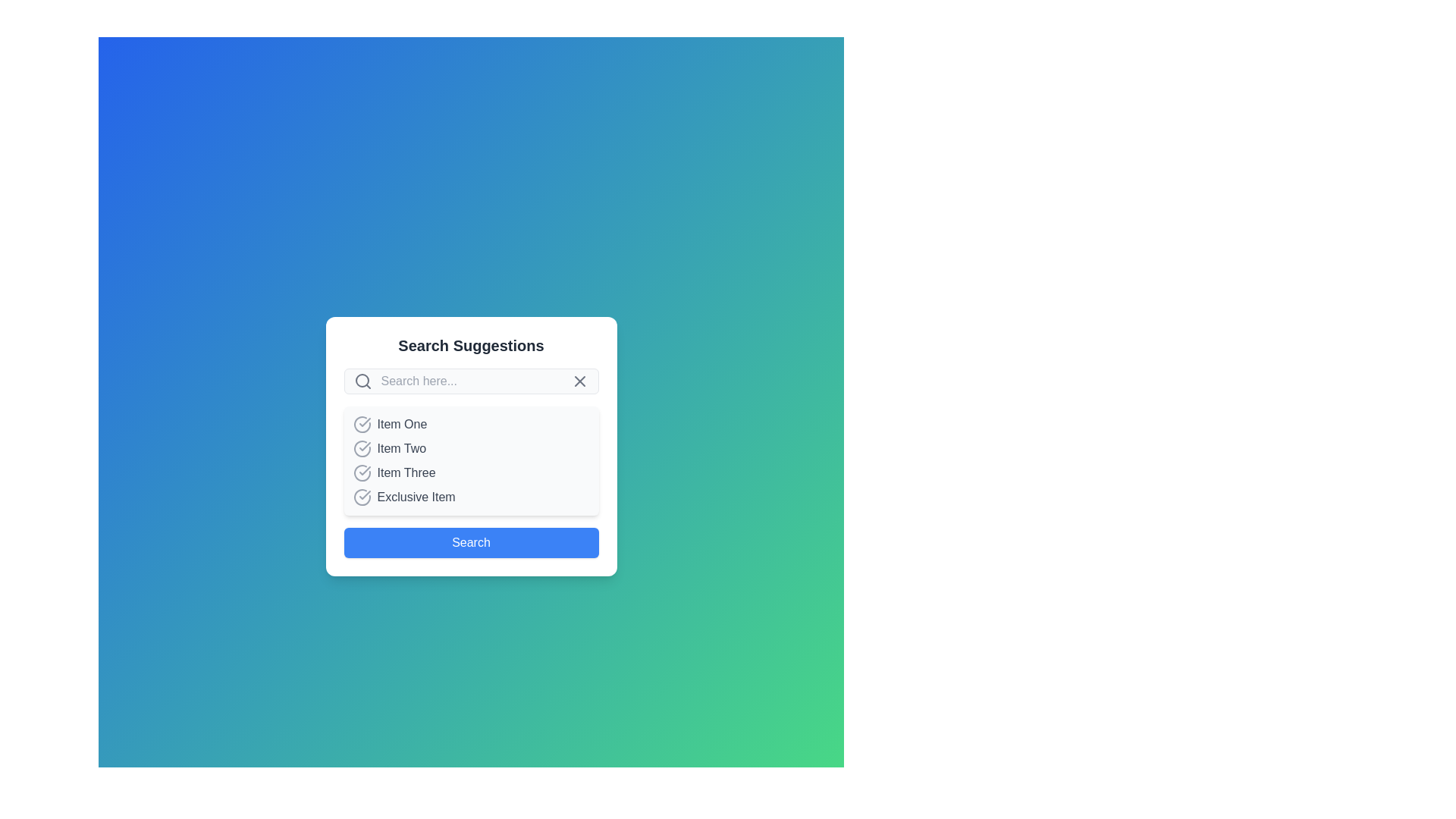  I want to click on the search icon represented by a circle, located on the leftmost side of the 'Search here...' text input box in the 'Search Suggestions' modal window, so click(361, 379).